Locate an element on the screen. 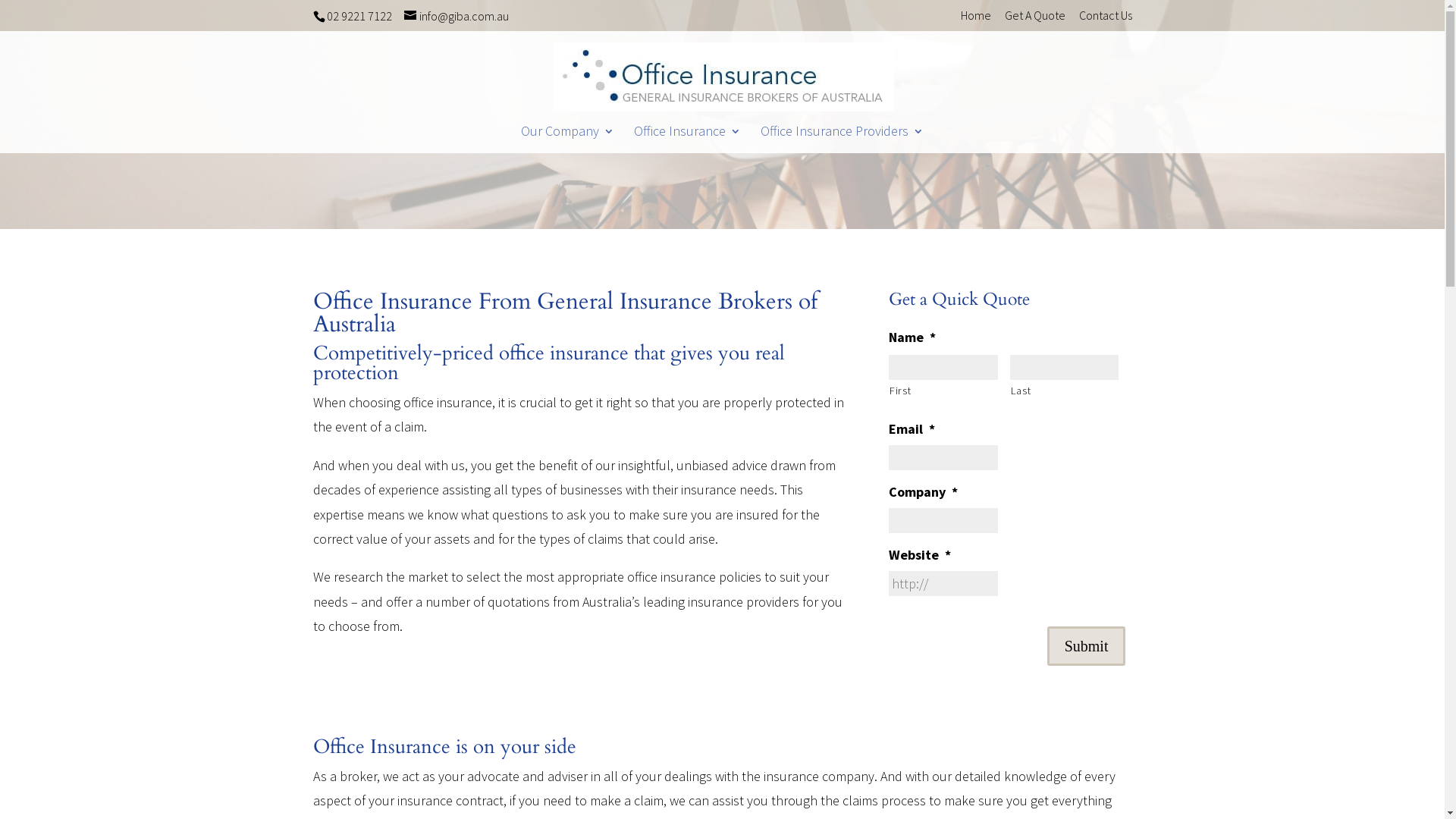 The height and width of the screenshot is (819, 1456). 'Our Company' is located at coordinates (566, 140).